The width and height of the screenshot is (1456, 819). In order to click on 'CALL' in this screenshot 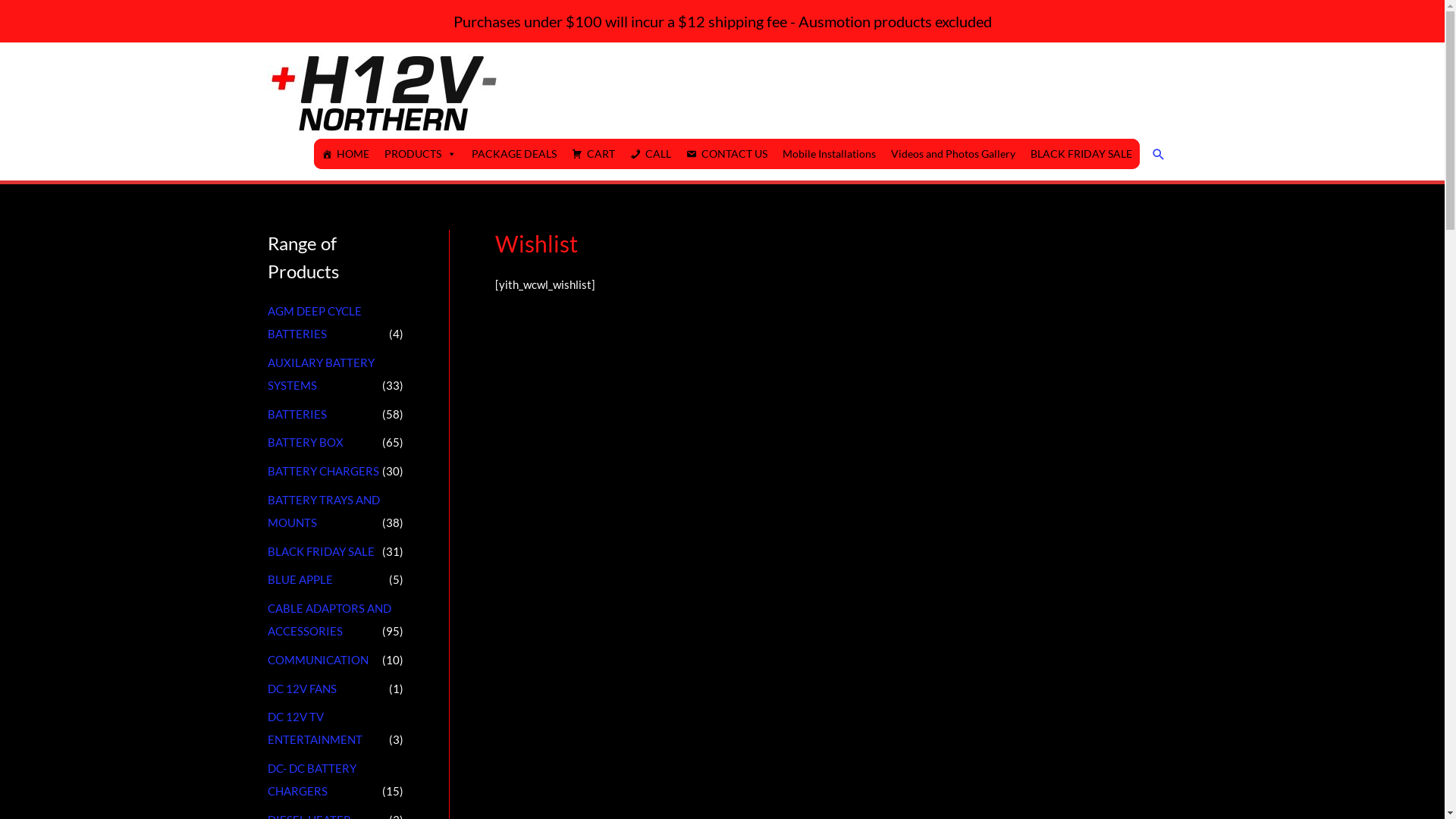, I will do `click(650, 154)`.